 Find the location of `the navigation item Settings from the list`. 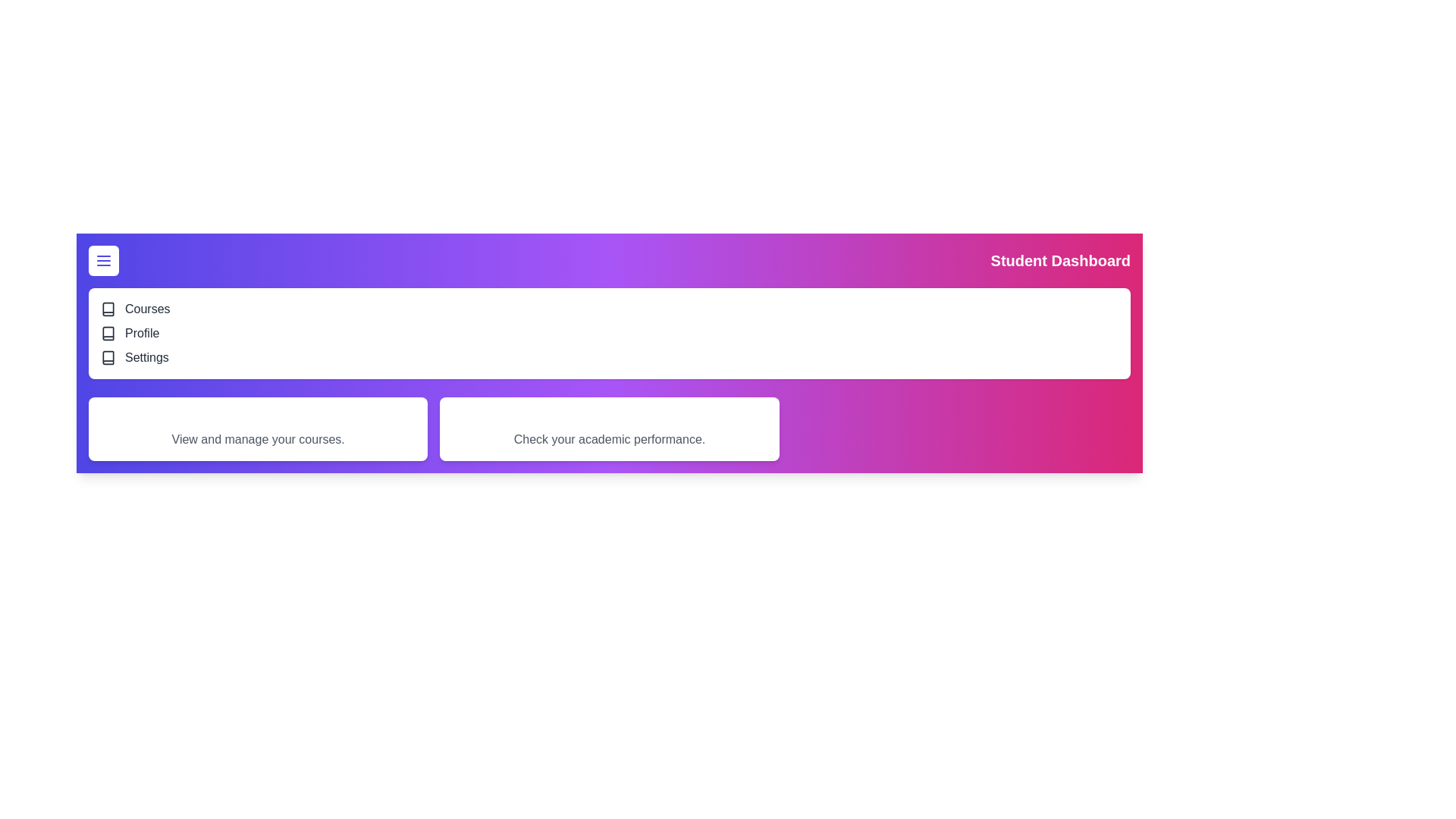

the navigation item Settings from the list is located at coordinates (112, 363).